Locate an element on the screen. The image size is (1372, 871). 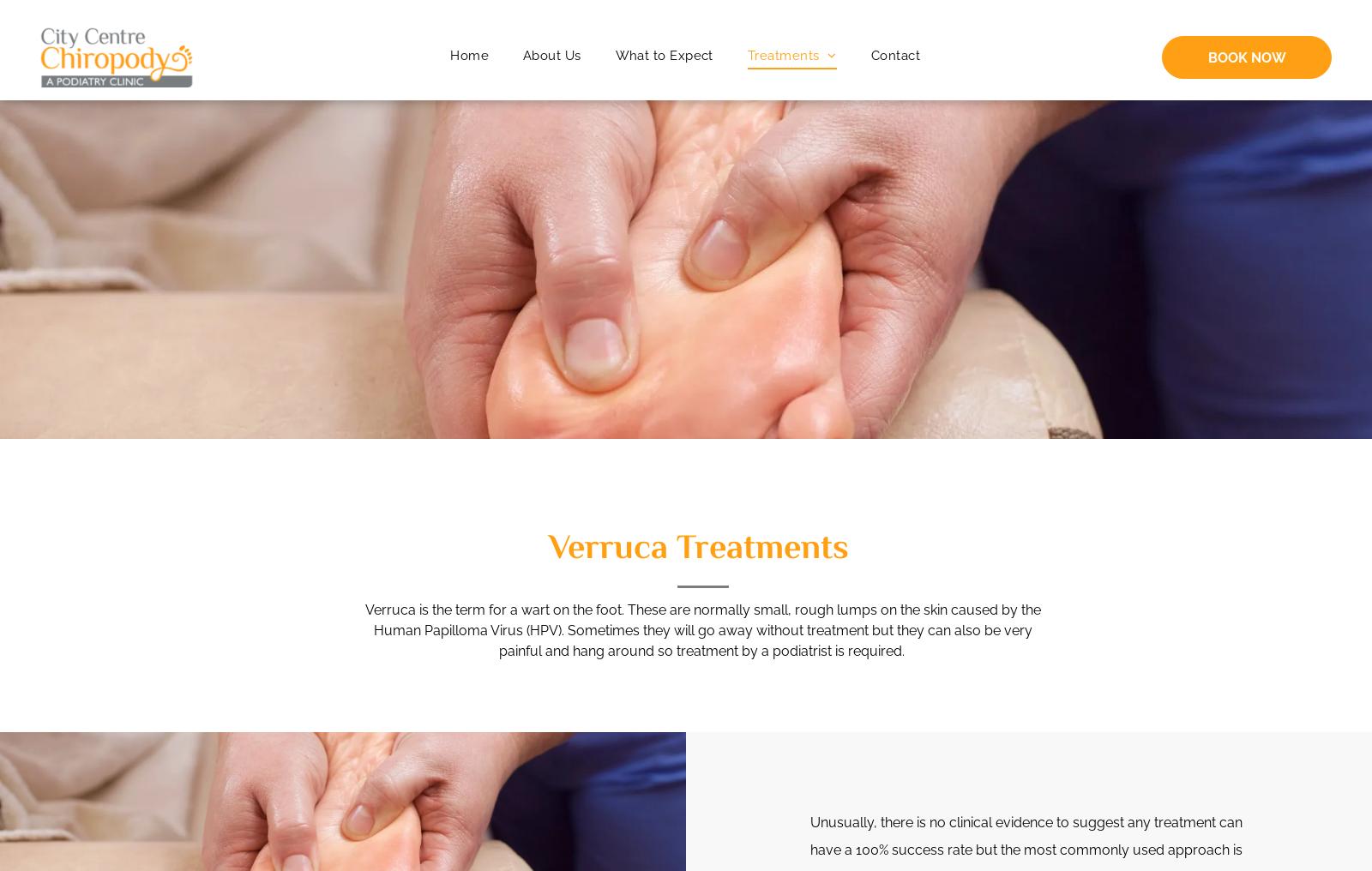
'Share by:' is located at coordinates (70, 42).